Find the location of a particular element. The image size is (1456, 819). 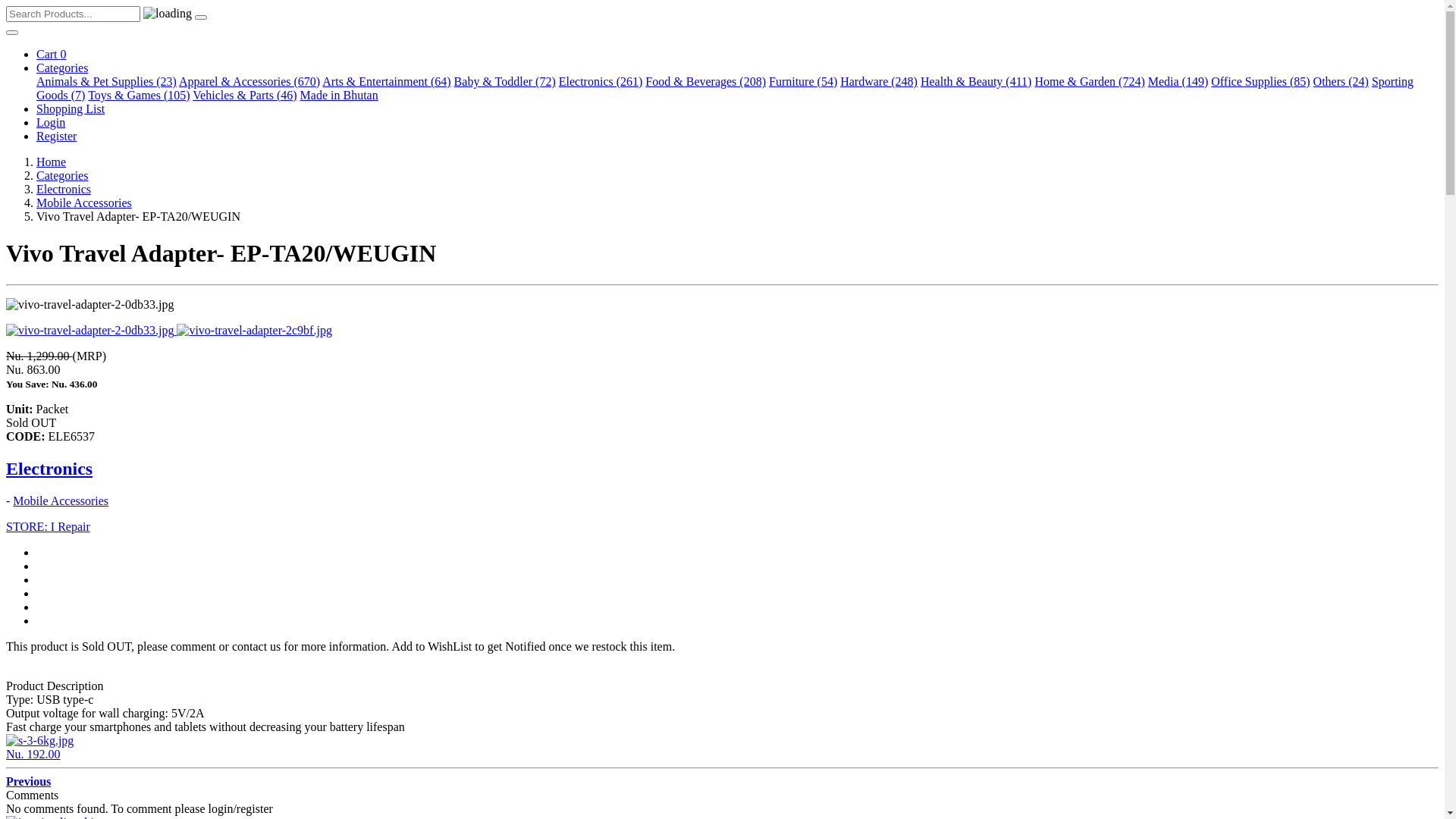

'Apparel & Accessories (670)' is located at coordinates (249, 81).